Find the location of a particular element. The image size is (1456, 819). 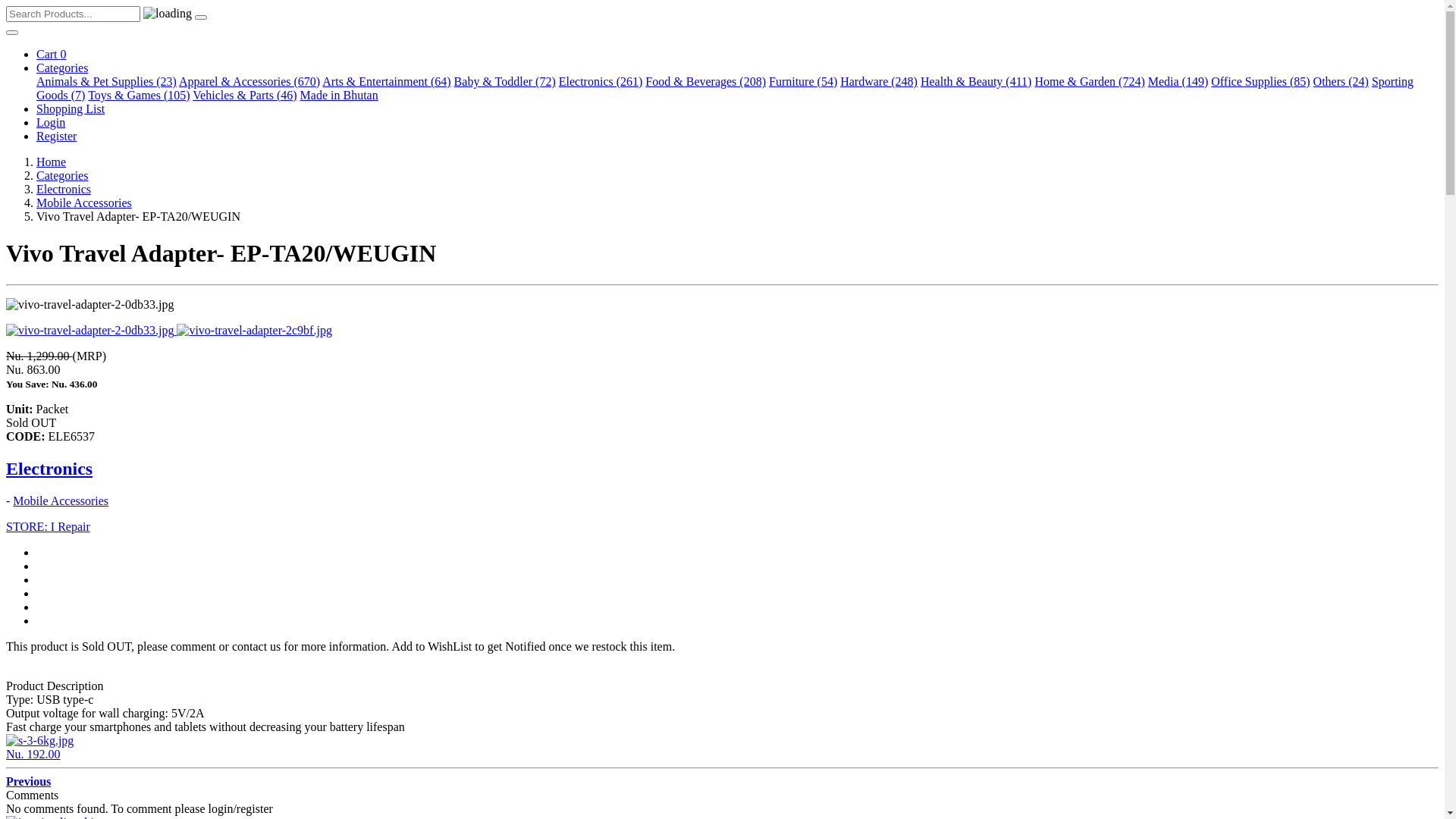

'Apparel & Accessories (670)' is located at coordinates (249, 81).